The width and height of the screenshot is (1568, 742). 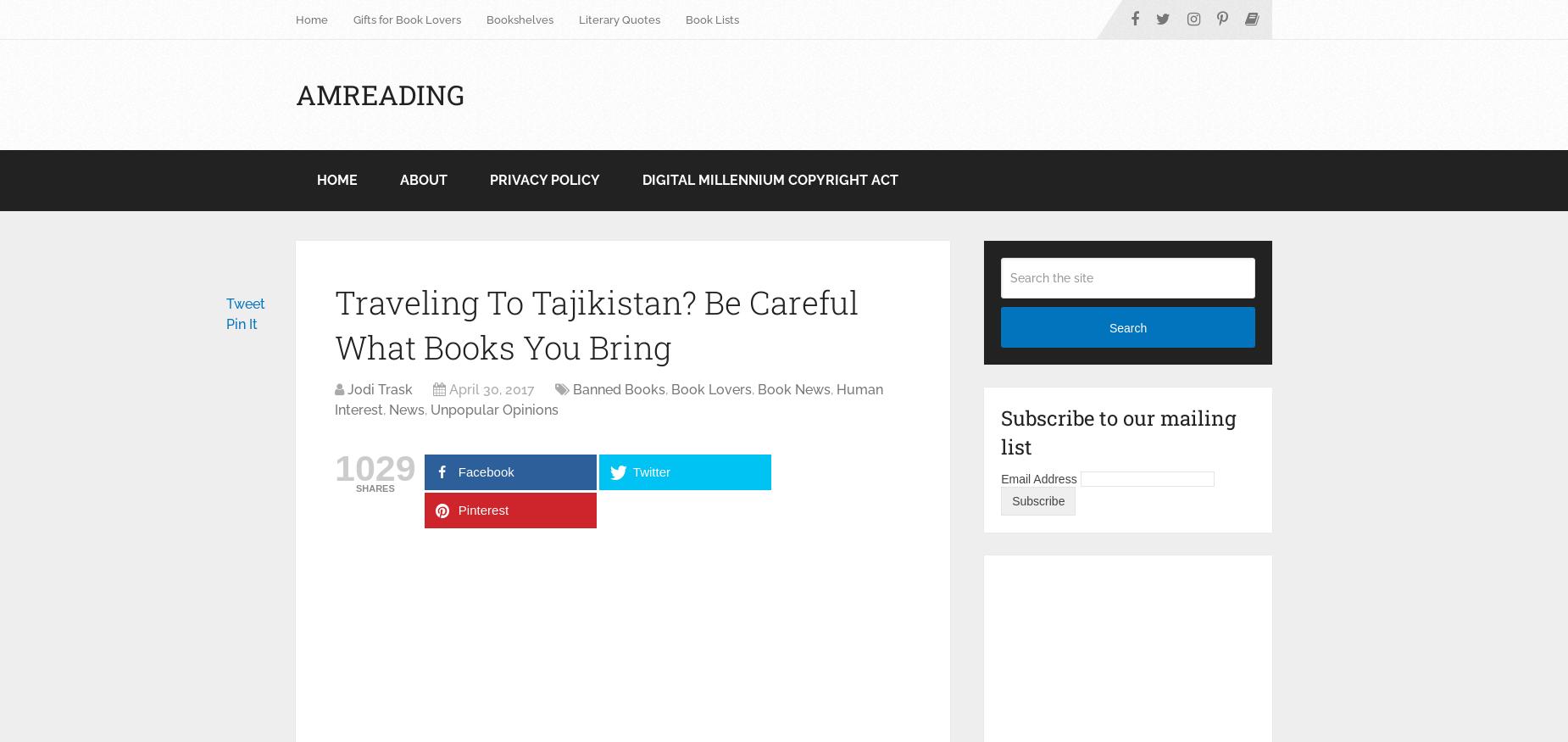 What do you see at coordinates (333, 399) in the screenshot?
I see `'Human Interest'` at bounding box center [333, 399].